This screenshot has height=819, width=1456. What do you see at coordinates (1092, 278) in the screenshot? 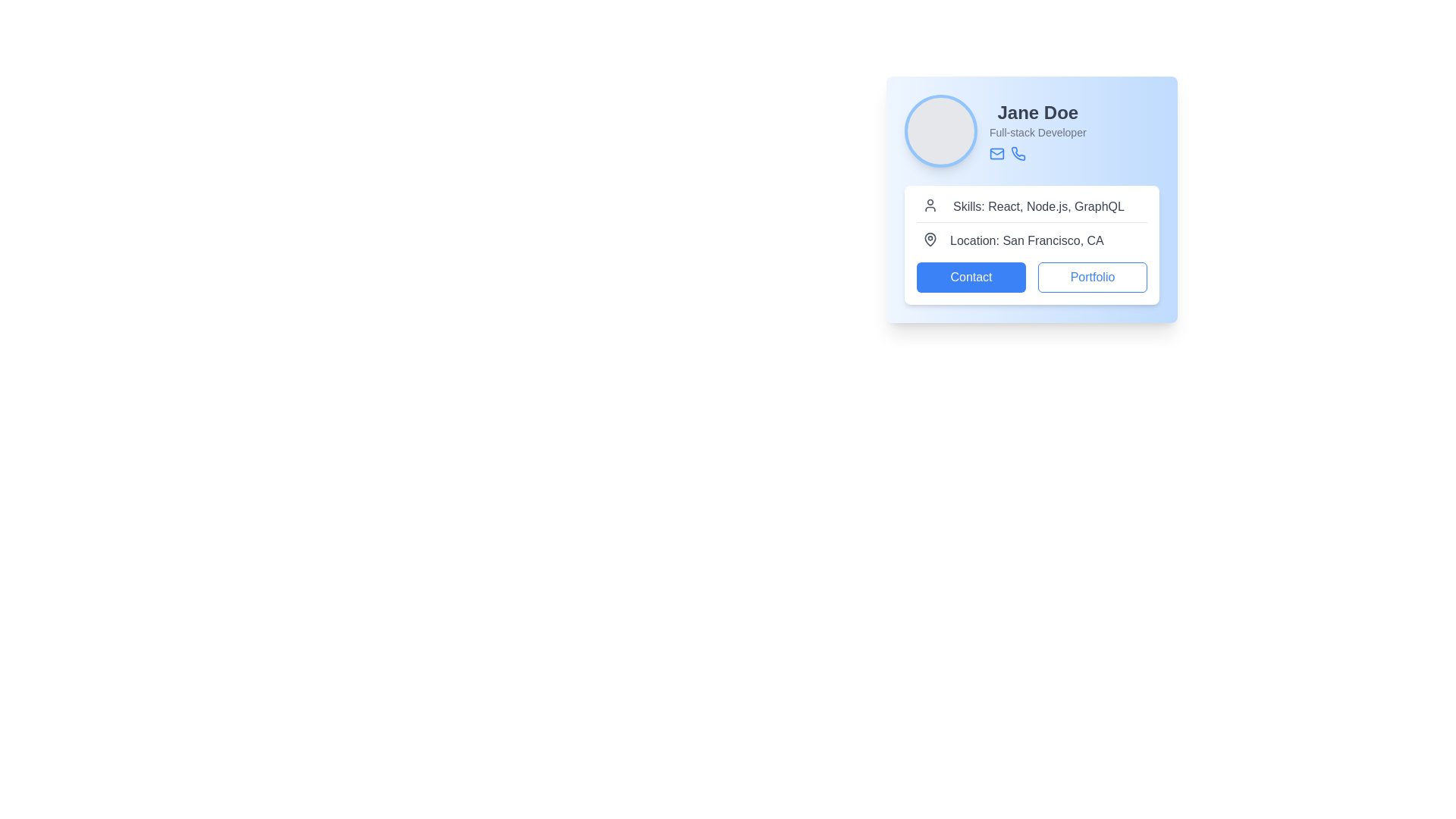
I see `the 'Portfolio' button, which is the second button in a horizontal layout, located to the right of the 'Contact' button within the lower portion of a profile card structure` at bounding box center [1092, 278].